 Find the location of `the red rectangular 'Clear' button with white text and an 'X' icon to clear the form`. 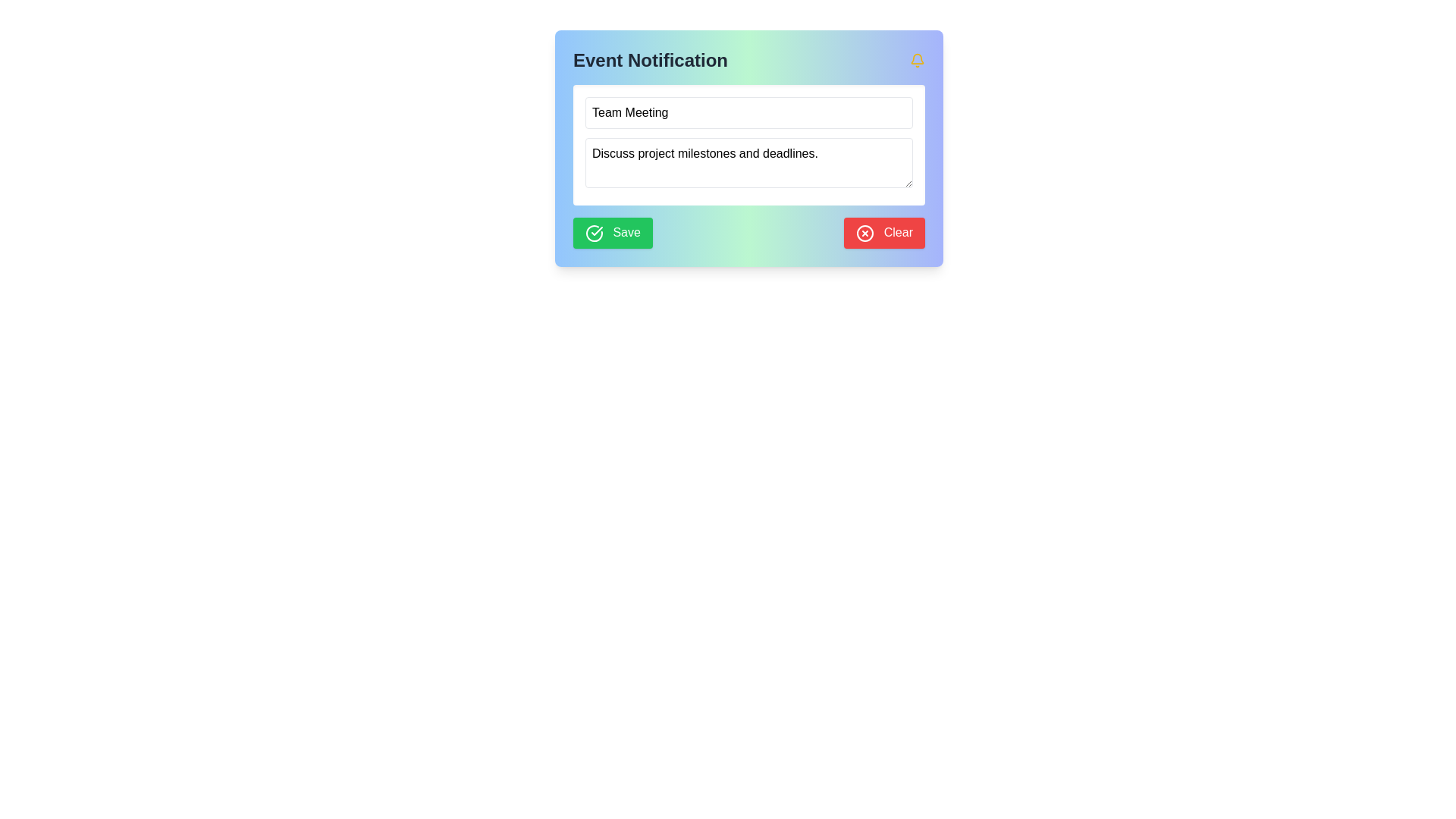

the red rectangular 'Clear' button with white text and an 'X' icon to clear the form is located at coordinates (884, 233).